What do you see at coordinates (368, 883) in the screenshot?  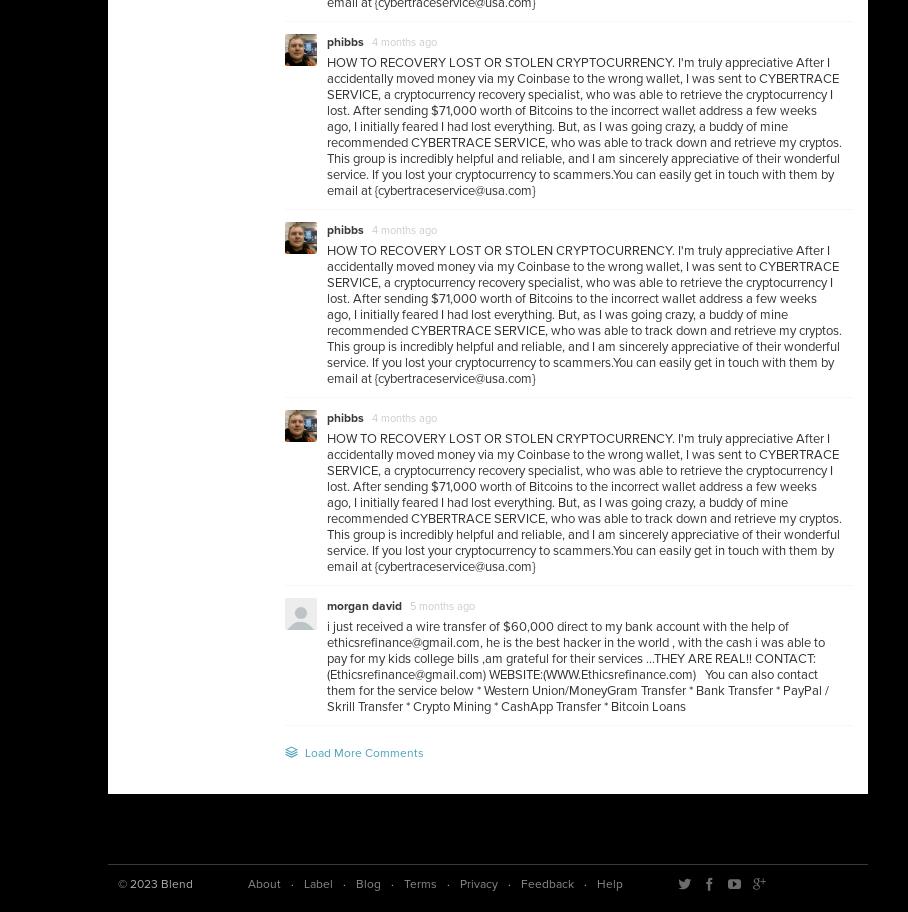 I see `'Blog'` at bounding box center [368, 883].